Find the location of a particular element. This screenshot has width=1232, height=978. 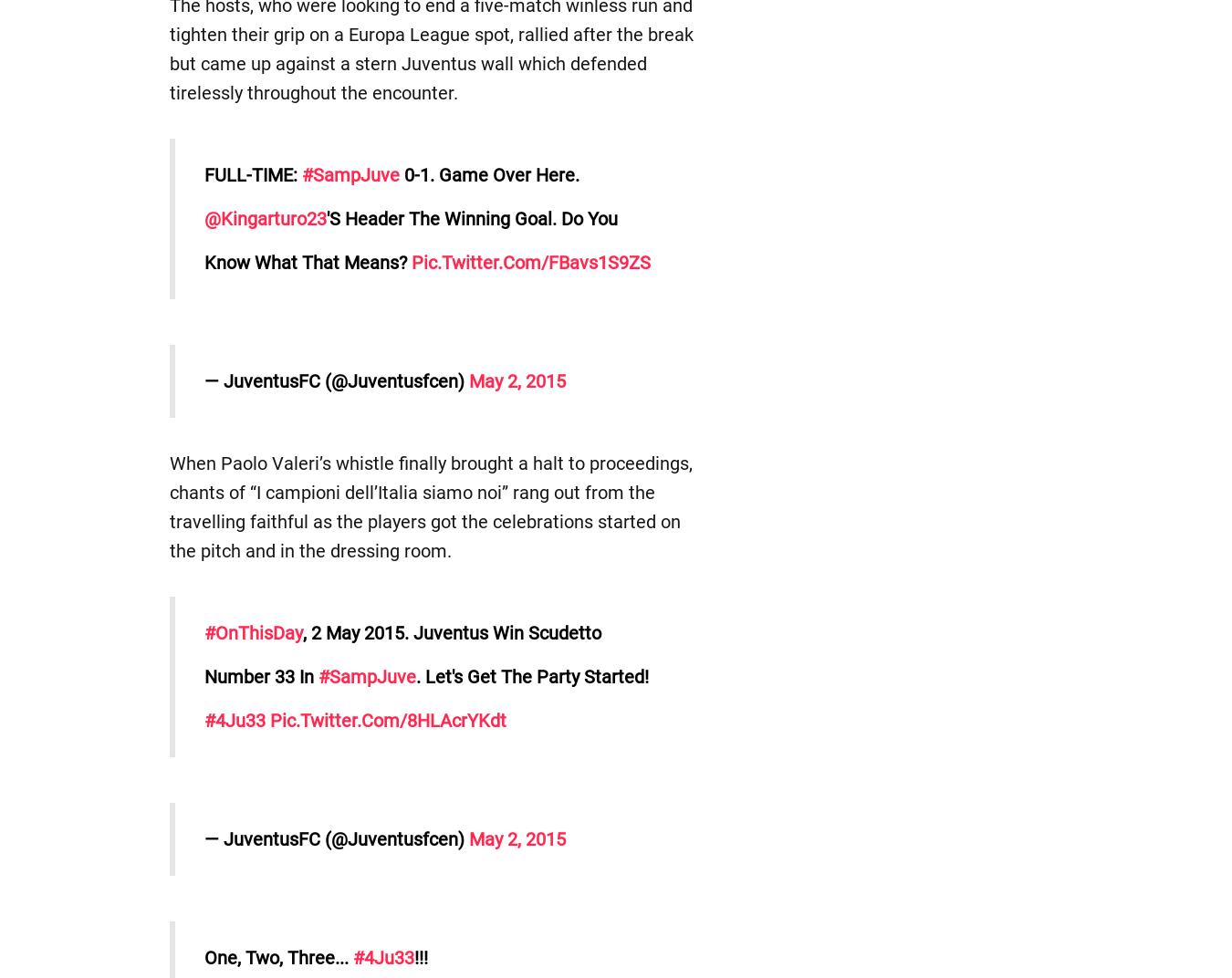

', 2 May 2015. Juventus win Scudetto number 33 in' is located at coordinates (204, 654).